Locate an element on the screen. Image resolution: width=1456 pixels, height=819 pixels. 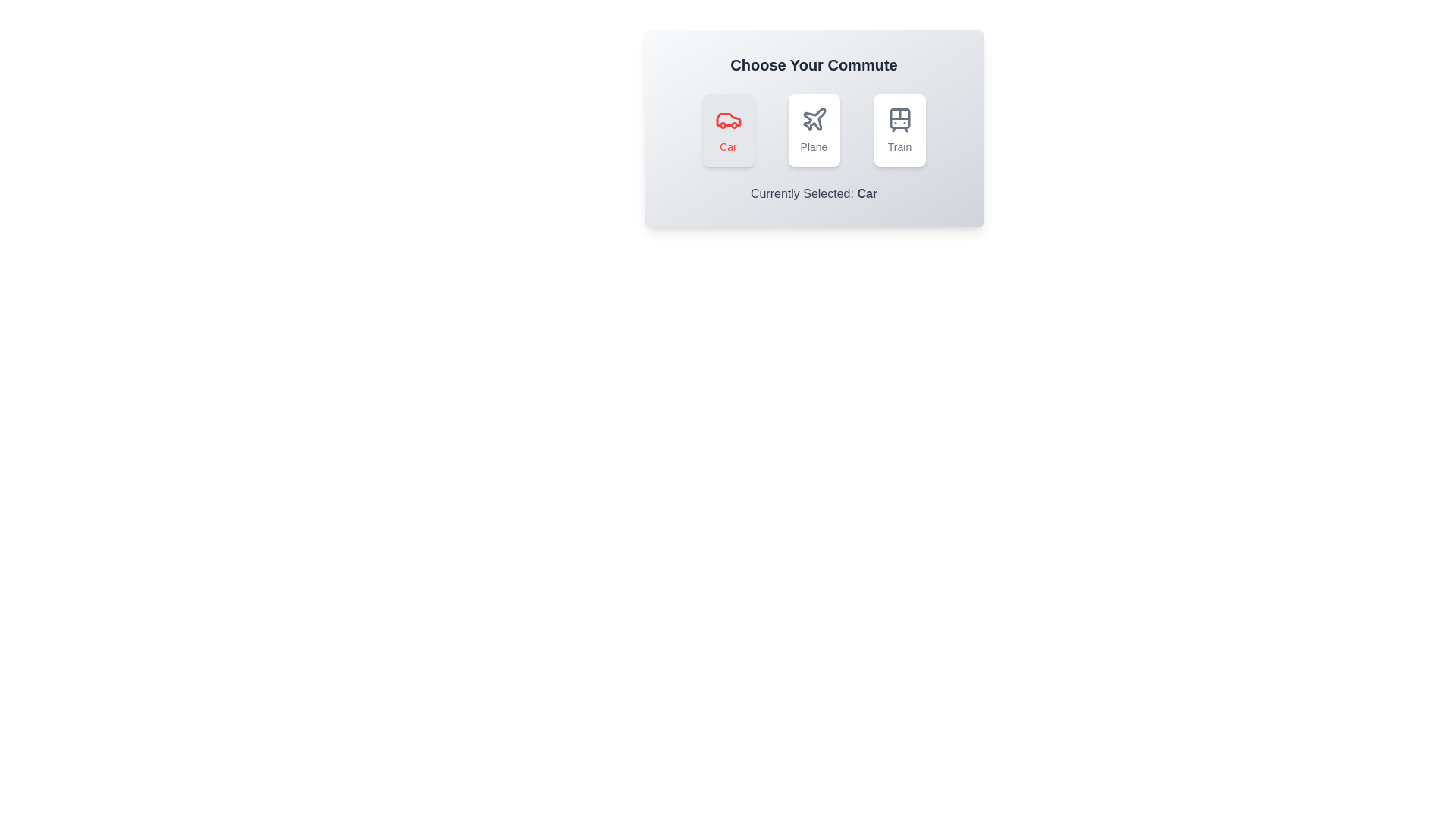
the button corresponding to the transportation mode Car is located at coordinates (728, 130).